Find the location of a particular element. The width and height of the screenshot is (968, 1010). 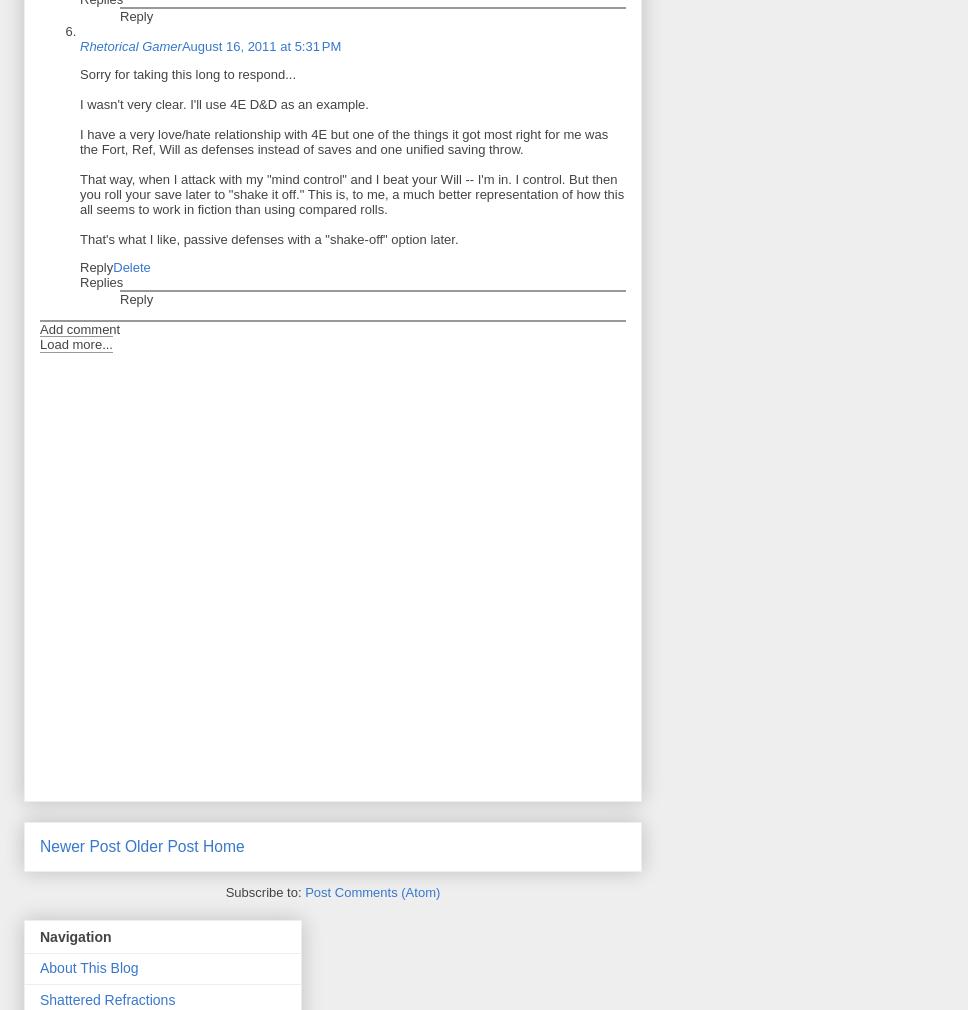

'Shattered Refractions' is located at coordinates (107, 1000).